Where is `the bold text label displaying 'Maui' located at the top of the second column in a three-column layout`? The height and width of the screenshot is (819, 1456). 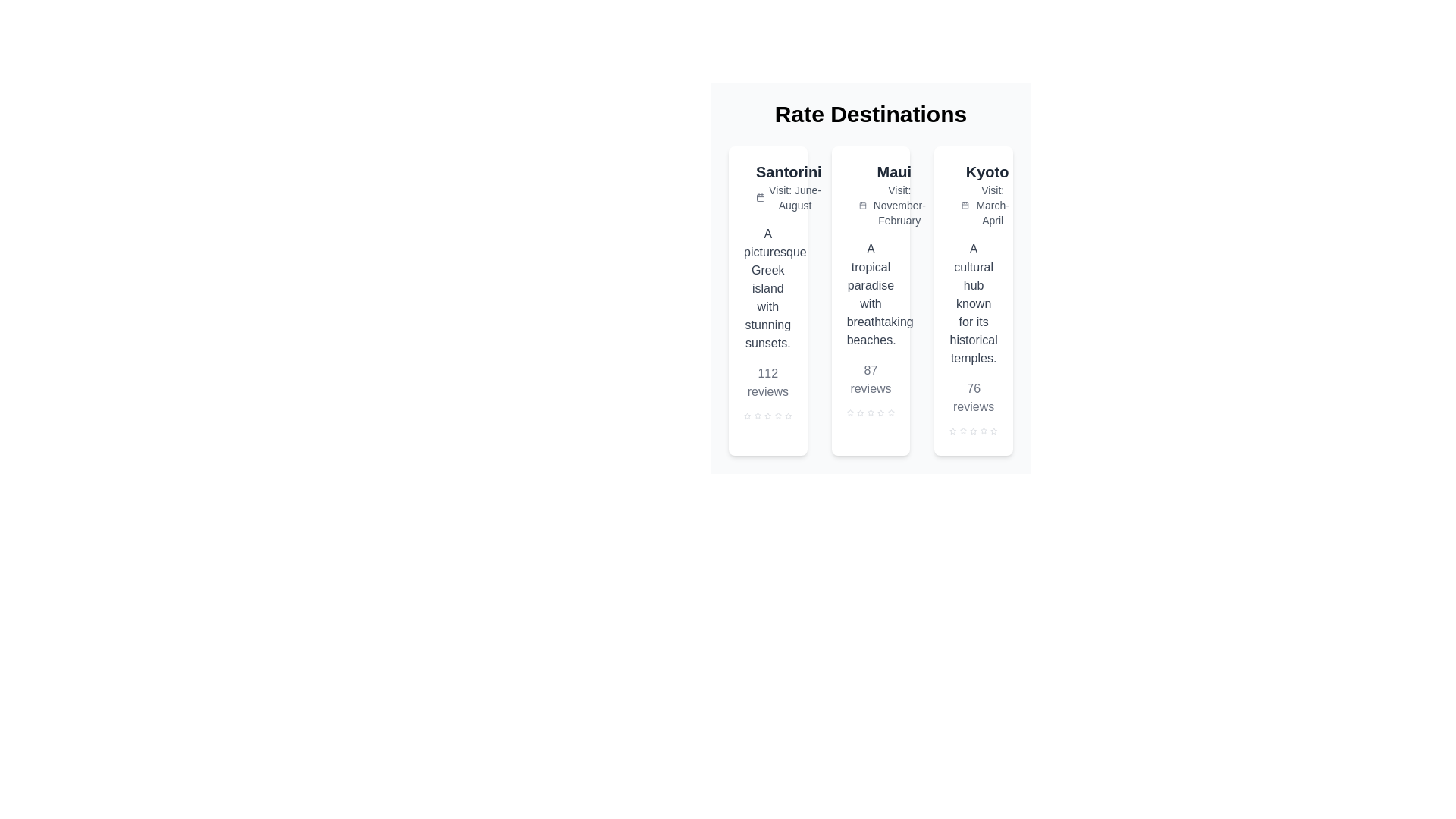
the bold text label displaying 'Maui' located at the top of the second column in a three-column layout is located at coordinates (894, 171).